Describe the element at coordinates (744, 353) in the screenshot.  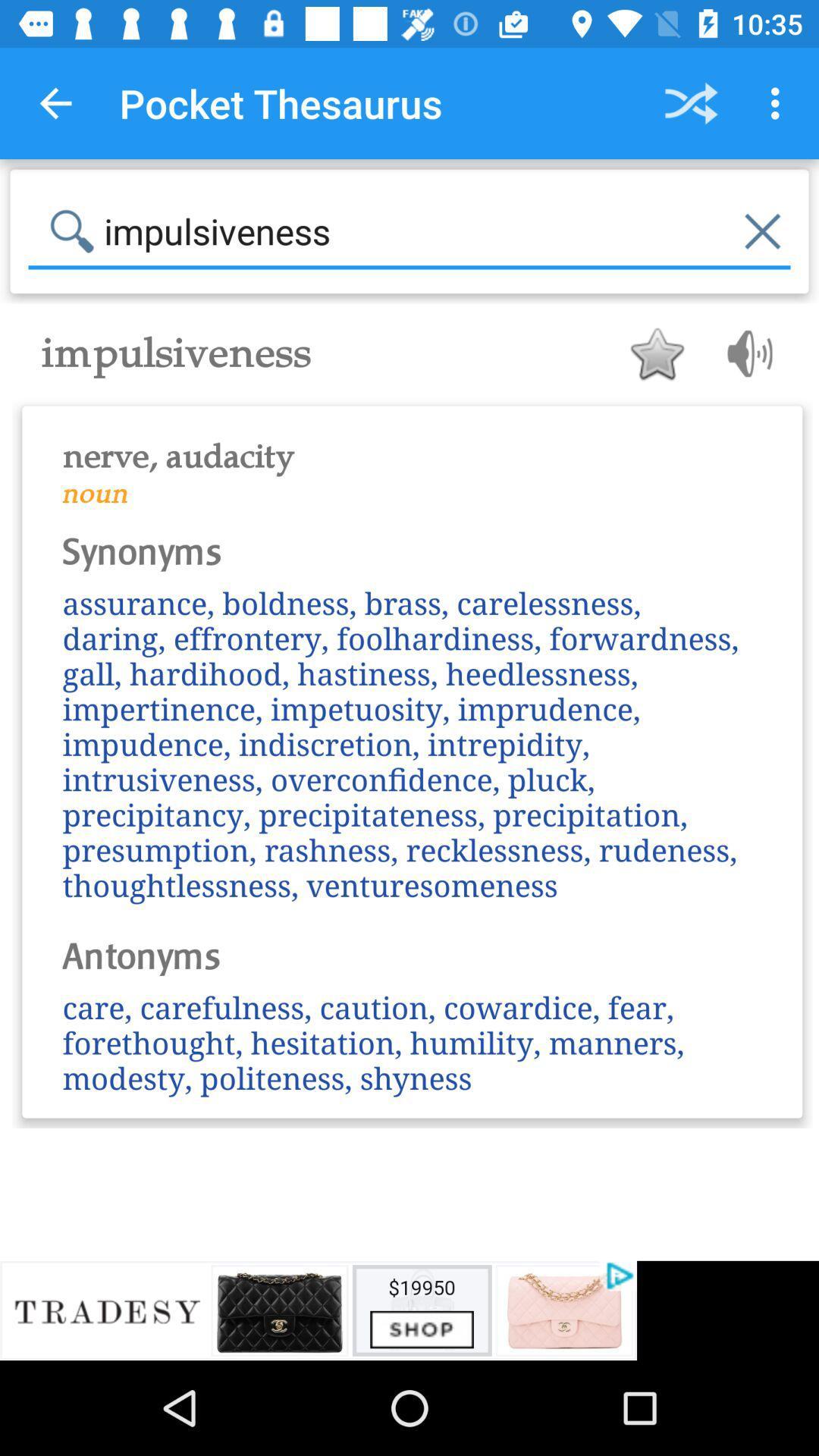
I see `audio` at that location.